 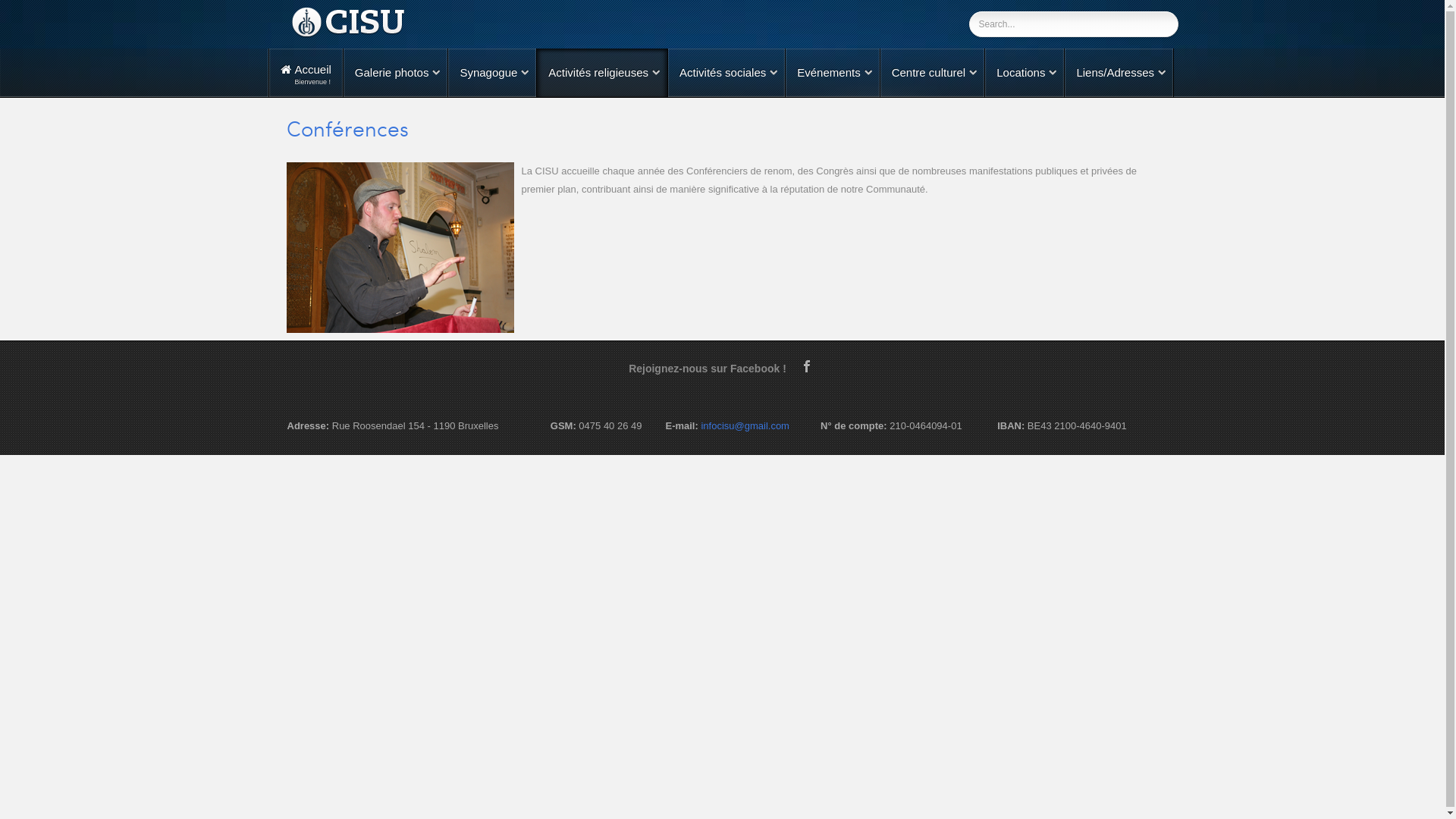 What do you see at coordinates (1063, 73) in the screenshot?
I see `'Liens/Adresses'` at bounding box center [1063, 73].